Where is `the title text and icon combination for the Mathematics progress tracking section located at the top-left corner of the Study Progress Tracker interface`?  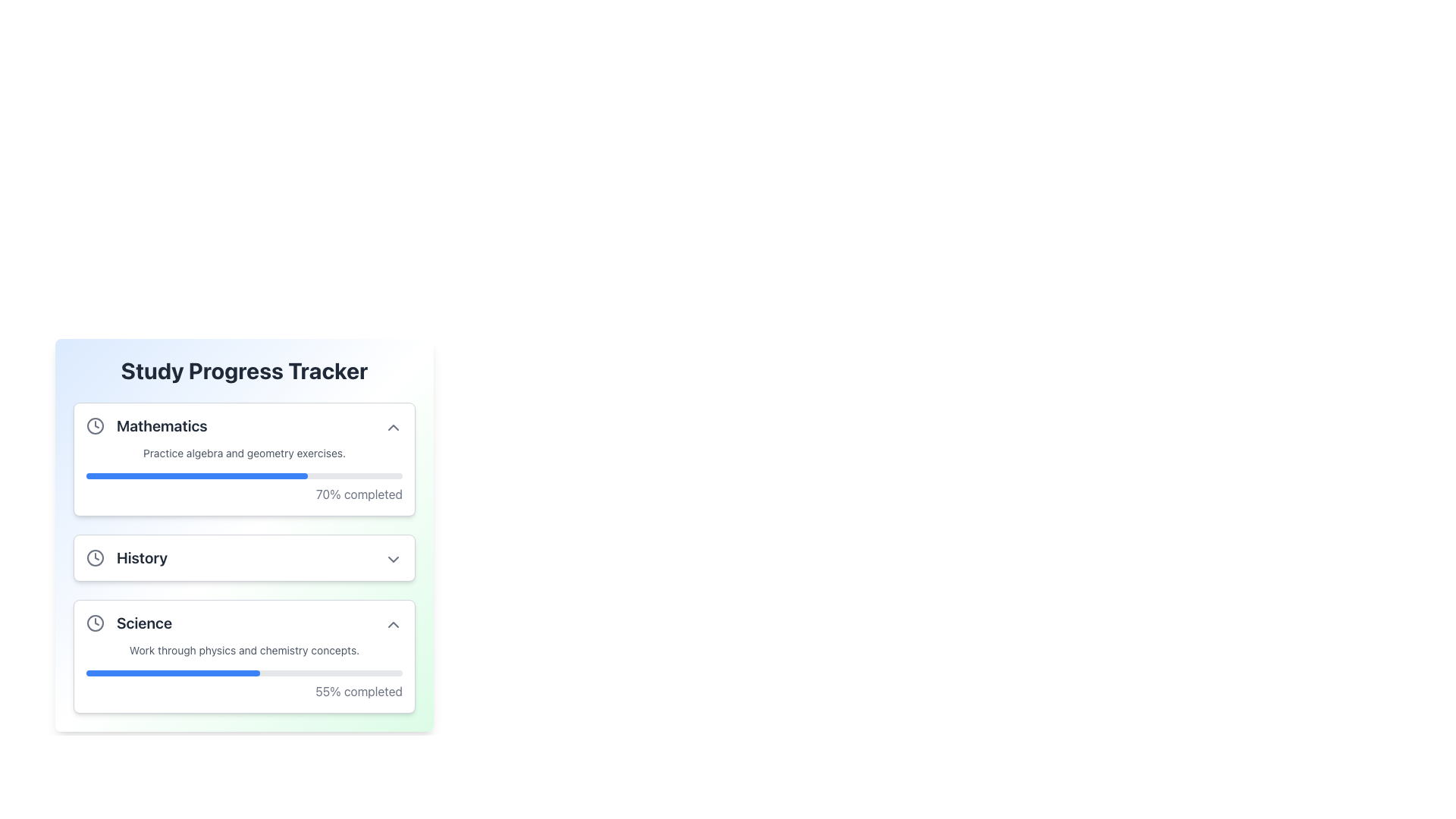 the title text and icon combination for the Mathematics progress tracking section located at the top-left corner of the Study Progress Tracker interface is located at coordinates (146, 426).